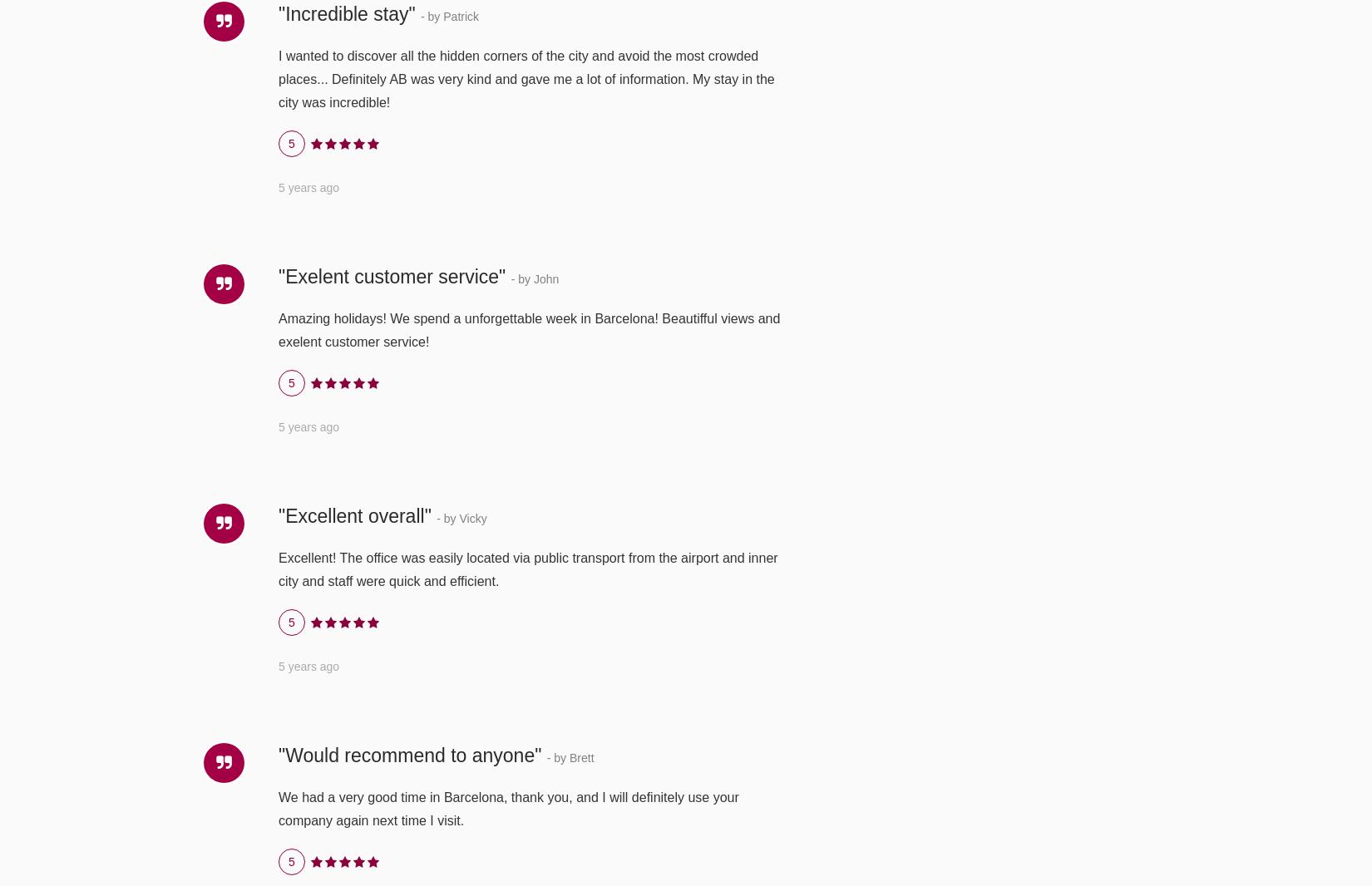 Image resolution: width=1372 pixels, height=886 pixels. What do you see at coordinates (278, 329) in the screenshot?
I see `'Amazing holidays! We spend a unforgettable week in Barcelona! Beautifful views and  exelent customer service!'` at bounding box center [278, 329].